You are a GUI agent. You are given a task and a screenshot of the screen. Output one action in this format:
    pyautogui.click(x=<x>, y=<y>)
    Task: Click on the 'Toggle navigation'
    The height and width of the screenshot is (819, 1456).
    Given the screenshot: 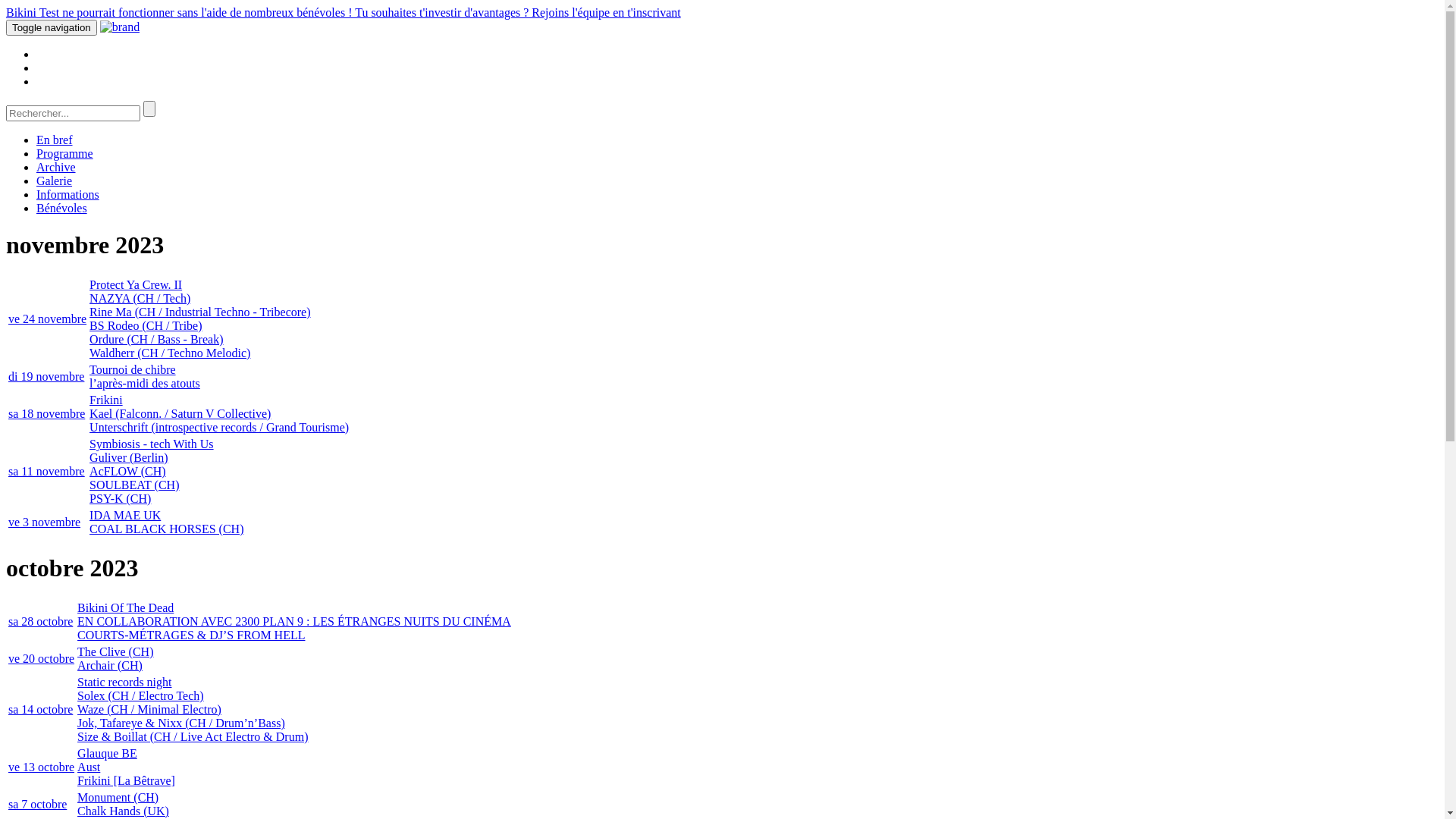 What is the action you would take?
    pyautogui.click(x=6, y=27)
    